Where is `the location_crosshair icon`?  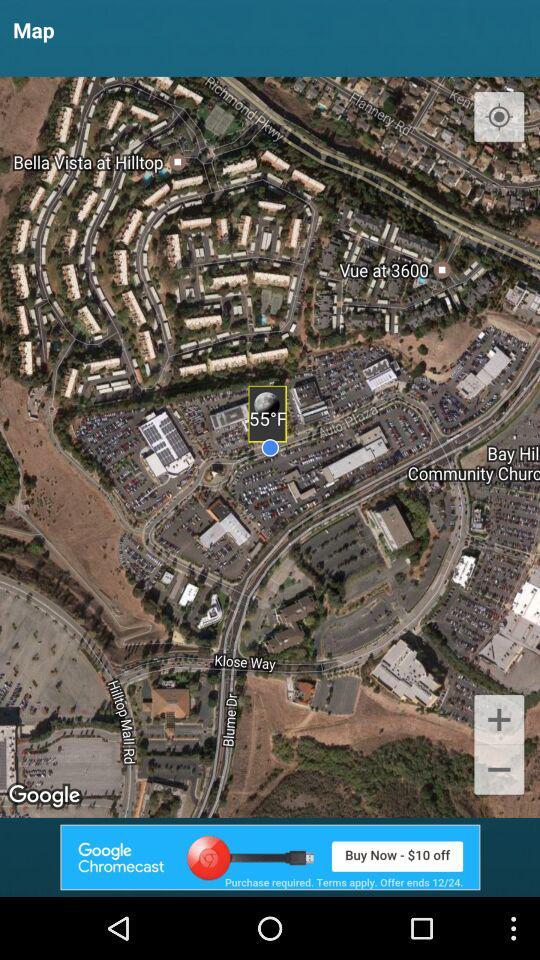 the location_crosshair icon is located at coordinates (498, 124).